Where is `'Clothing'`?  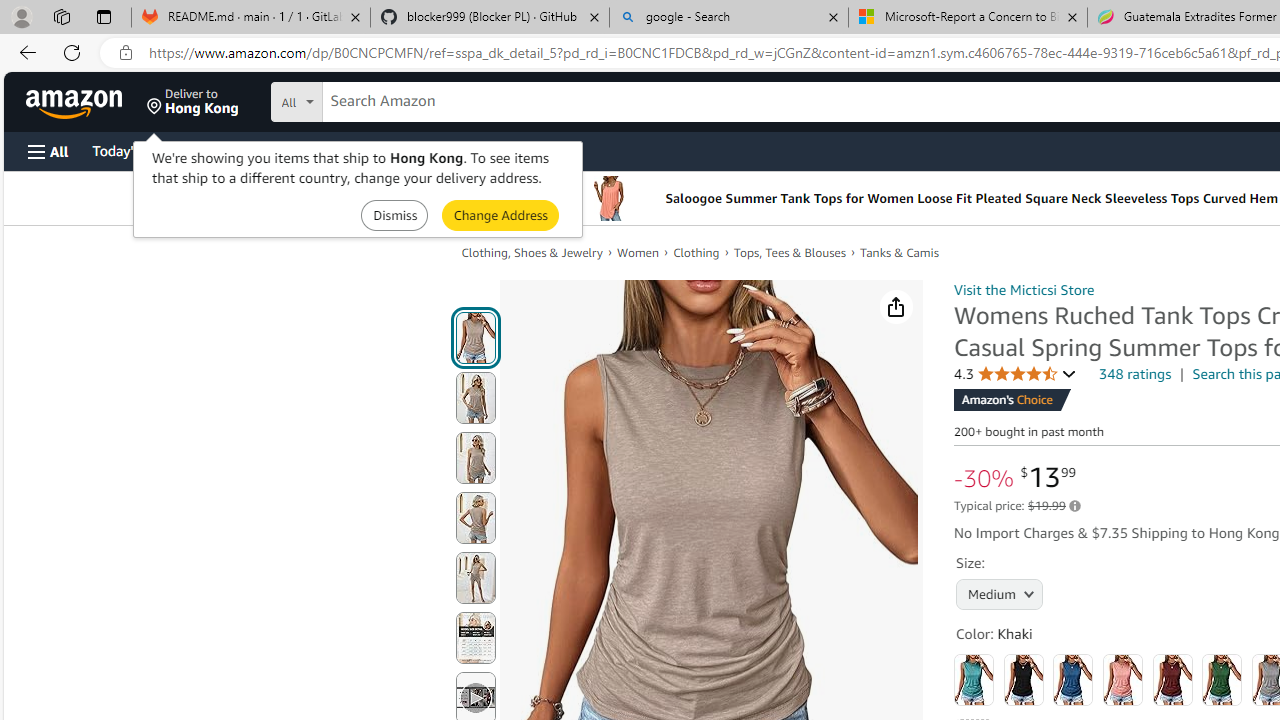
'Clothing' is located at coordinates (696, 252).